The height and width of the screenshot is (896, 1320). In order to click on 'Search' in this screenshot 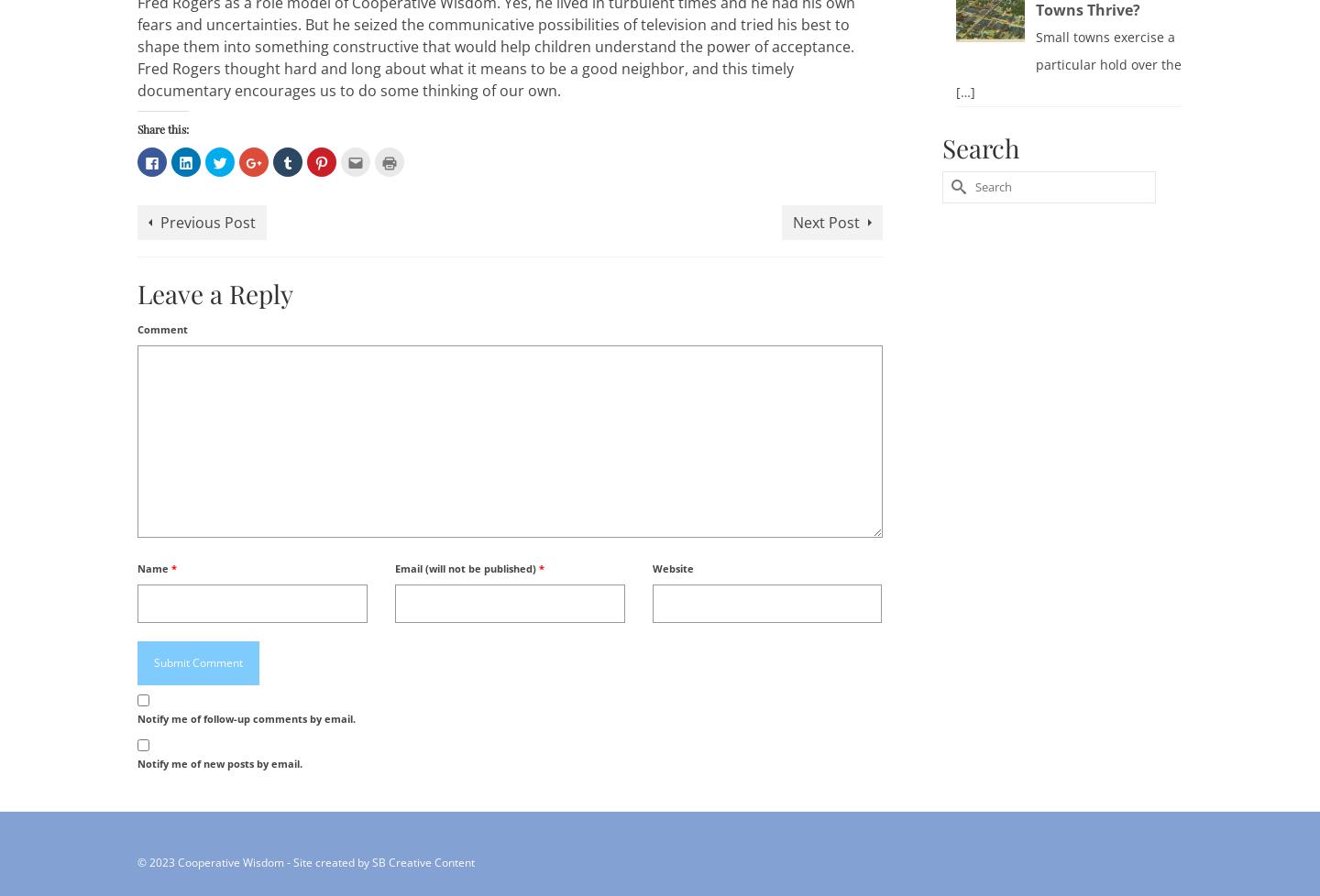, I will do `click(980, 147)`.